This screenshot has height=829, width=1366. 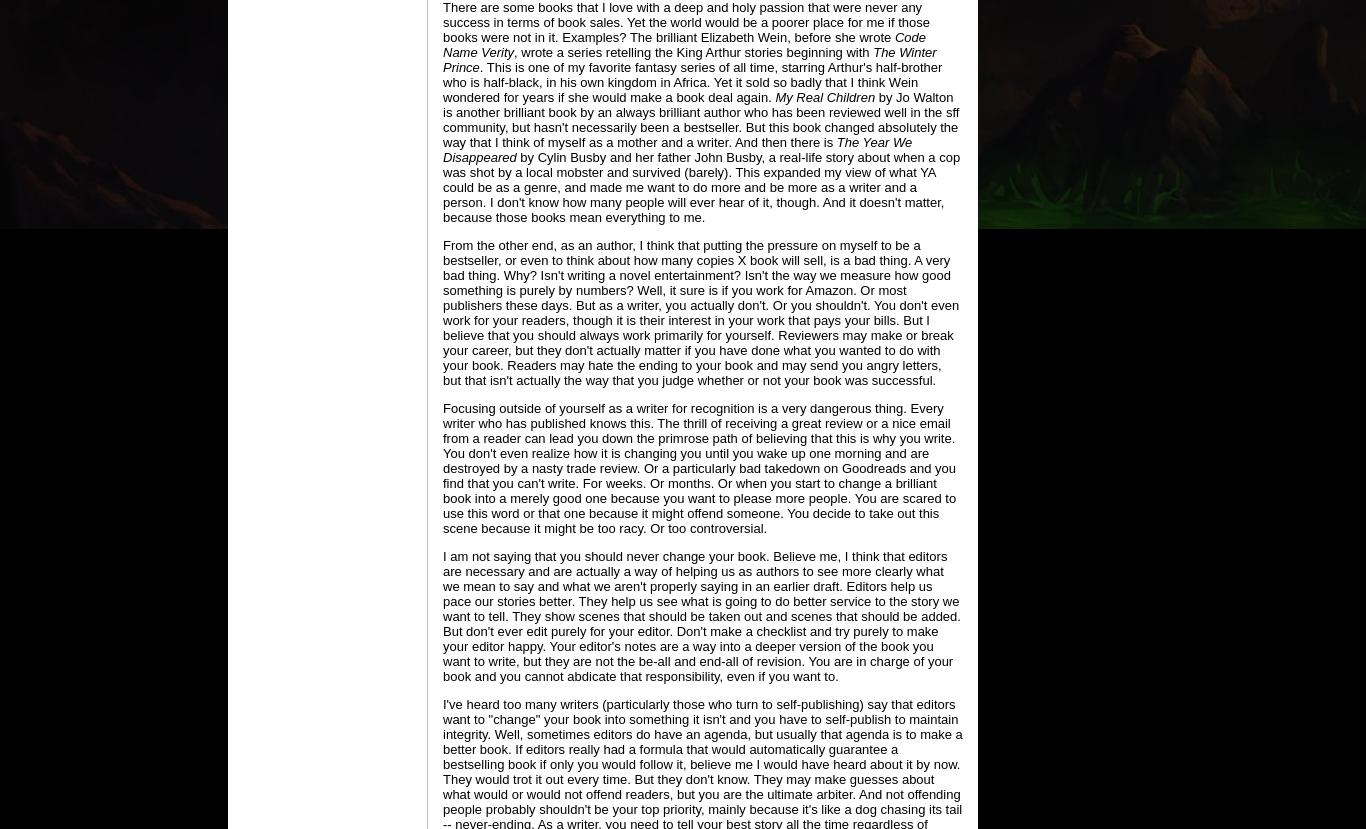 I want to click on '. This is one of my favorite fantasy series of all
time, starring Arthur's half-brother who is half-black, in his own kingdom in
Africa. Yet it sold so badly that I think Wein wondered for years if she would
make a book deal again.', so click(x=692, y=82).